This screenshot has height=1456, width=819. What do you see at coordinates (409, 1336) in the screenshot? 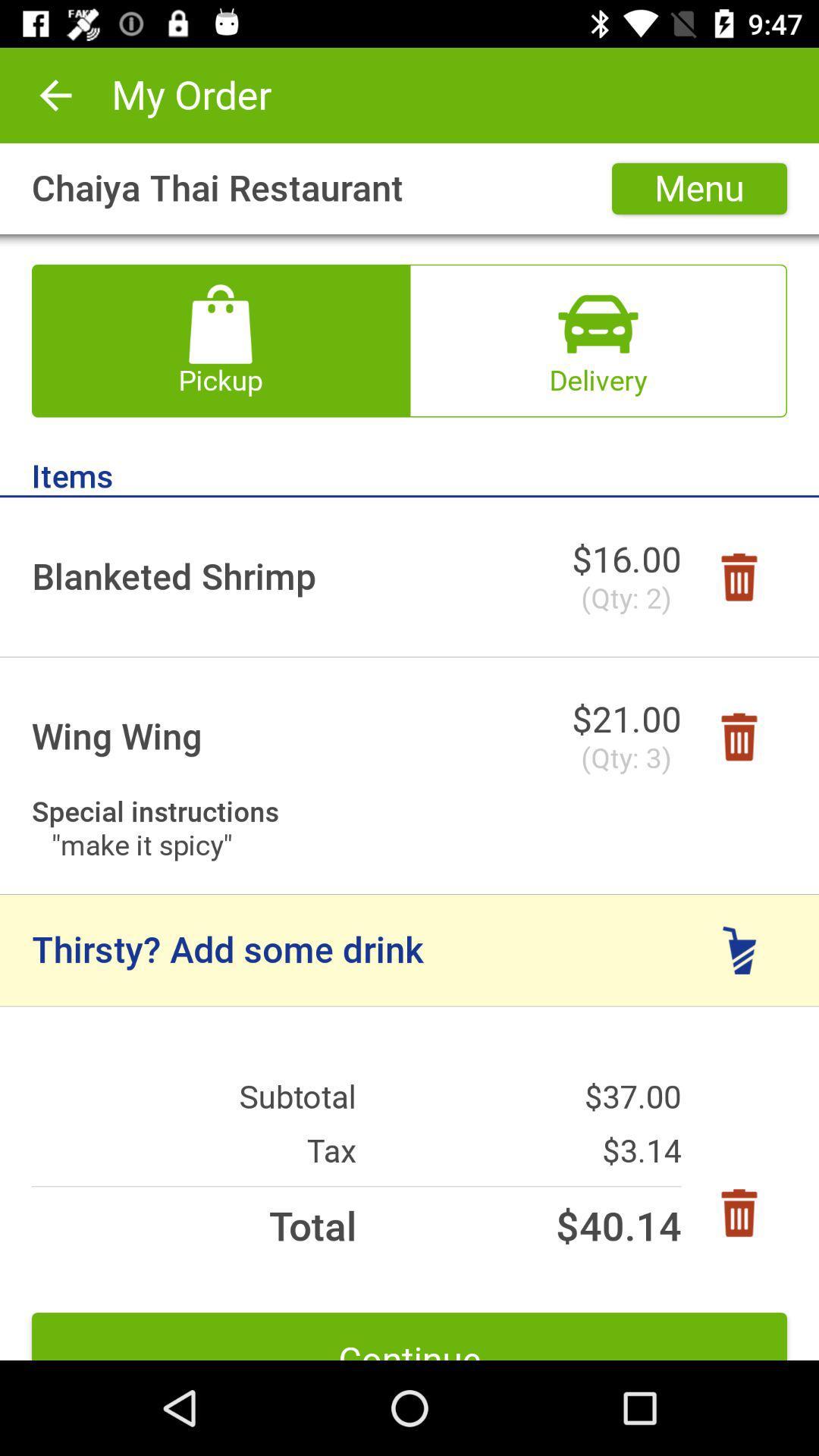
I see `continue icon` at bounding box center [409, 1336].